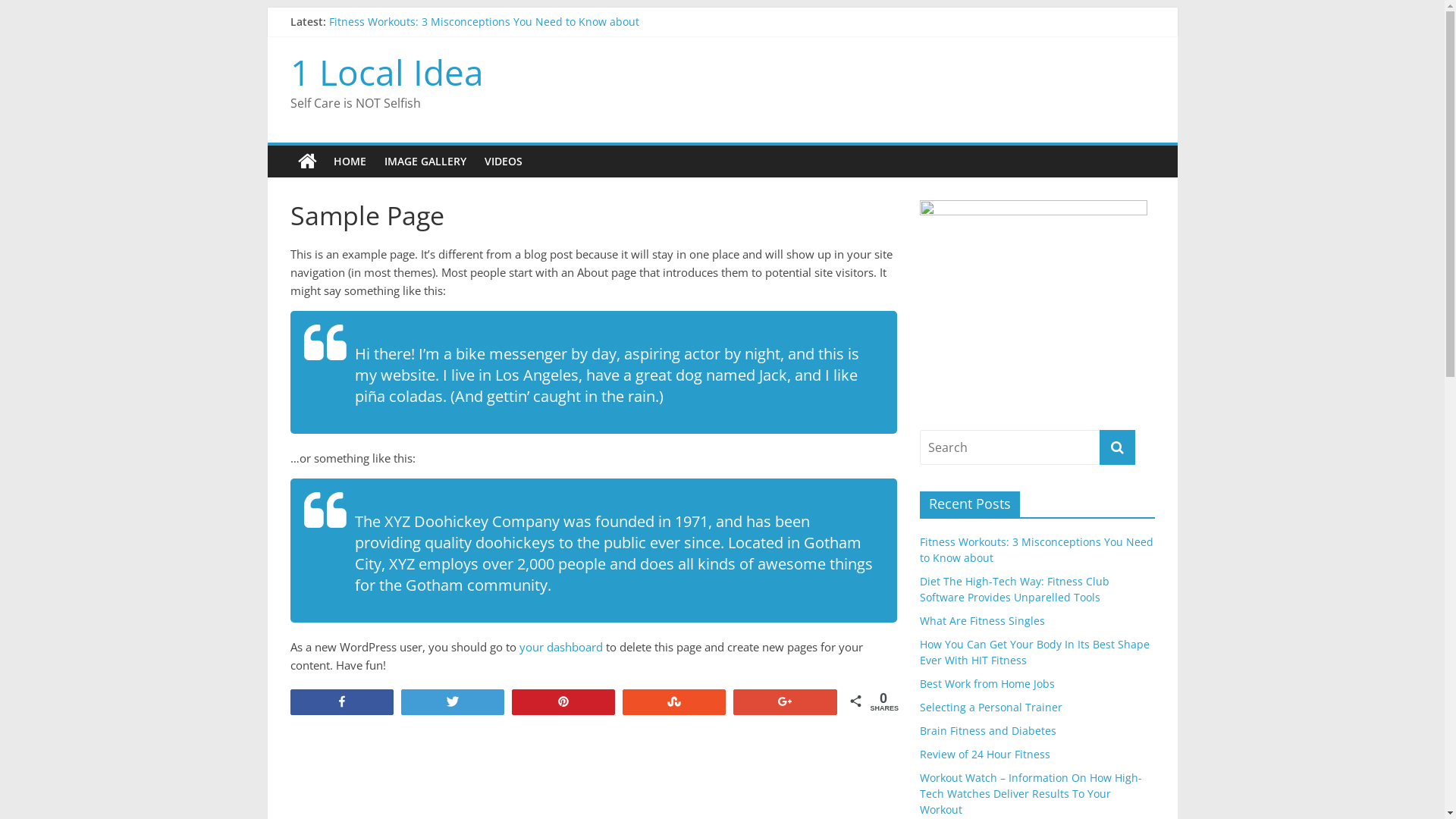 Image resolution: width=1456 pixels, height=819 pixels. Describe the element at coordinates (397, 89) in the screenshot. I see `'Best Work from Home Jobs'` at that location.